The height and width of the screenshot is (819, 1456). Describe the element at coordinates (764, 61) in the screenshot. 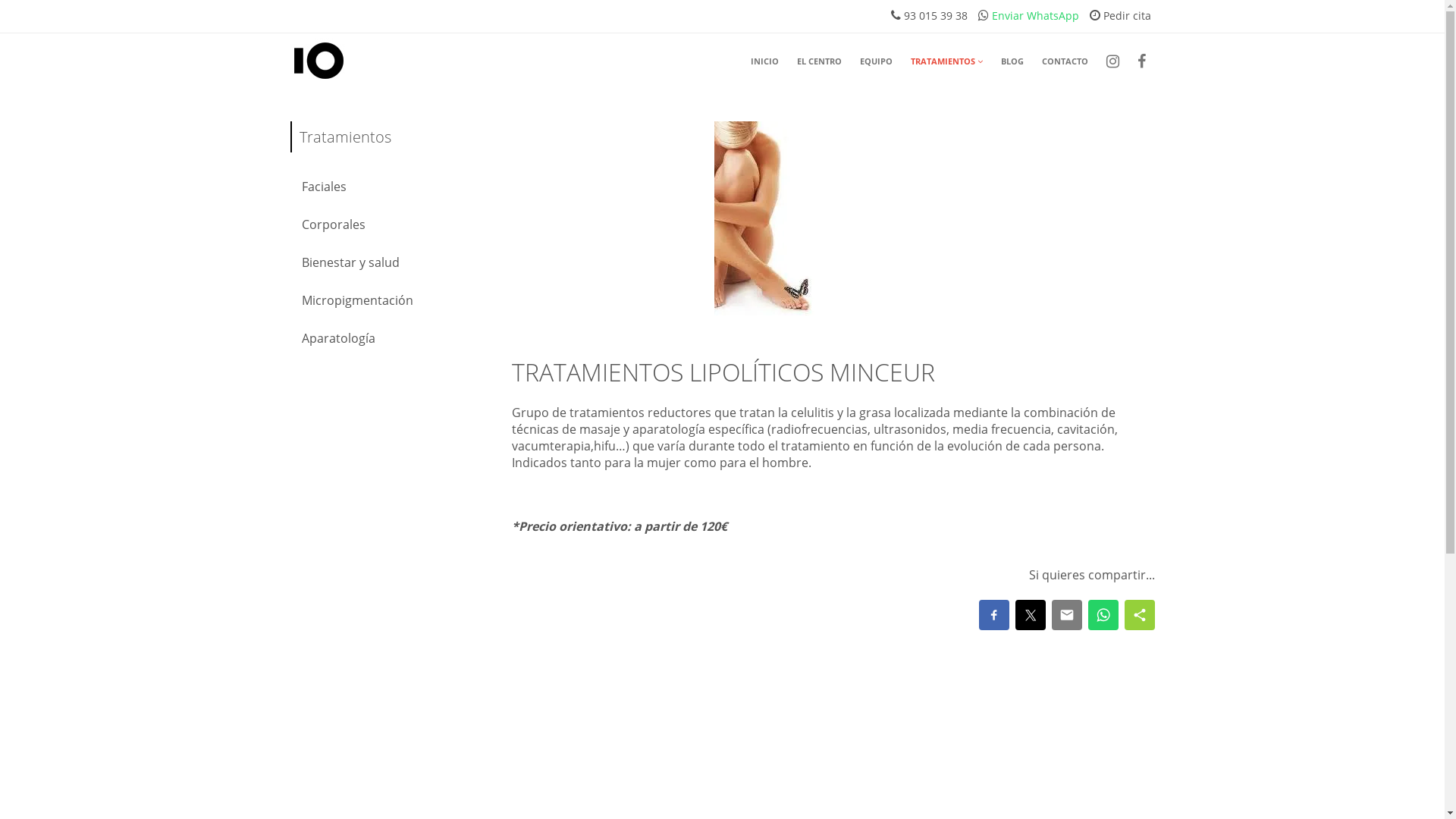

I see `'INICIO'` at that location.